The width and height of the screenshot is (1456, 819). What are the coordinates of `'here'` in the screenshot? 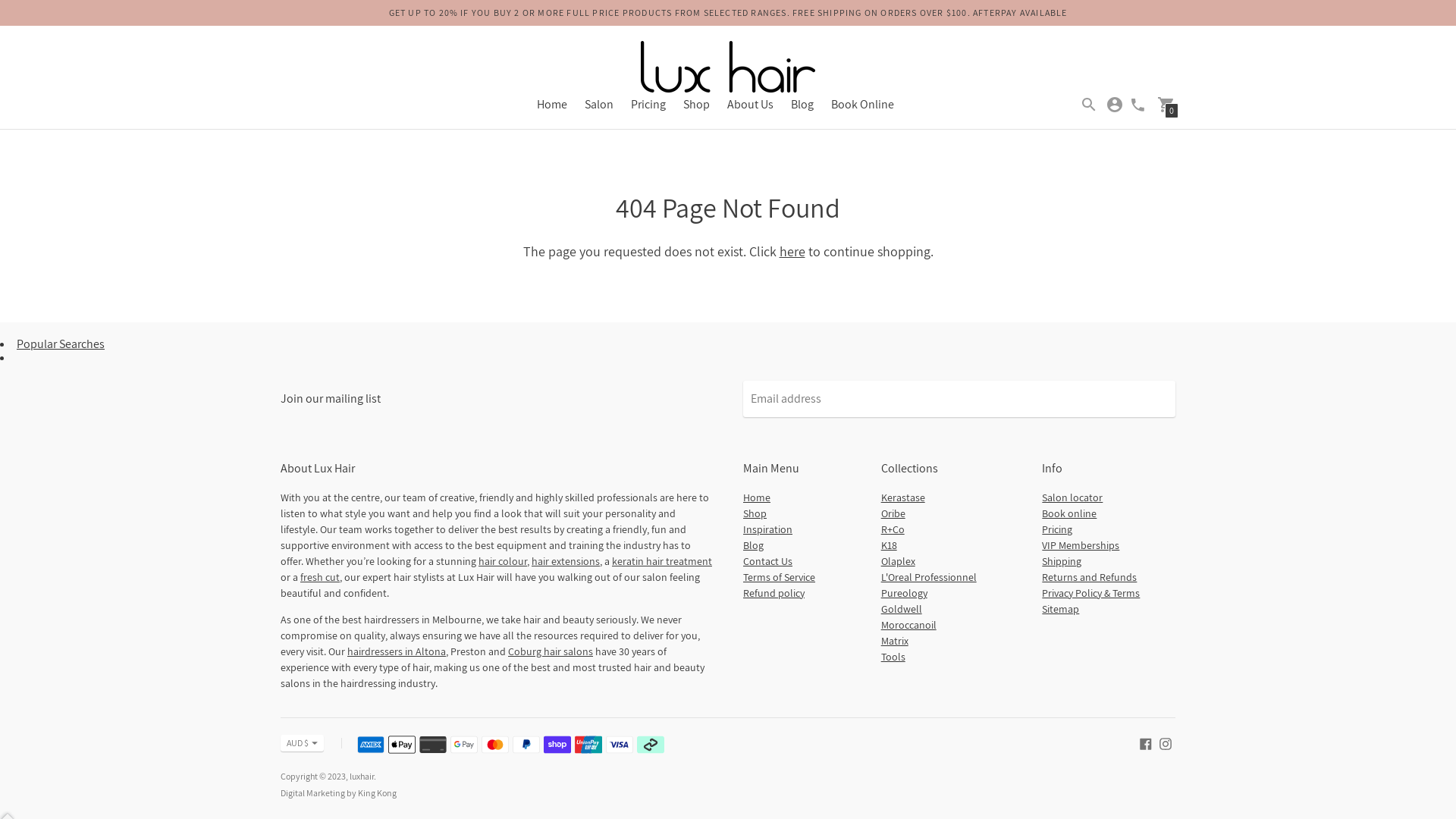 It's located at (779, 250).